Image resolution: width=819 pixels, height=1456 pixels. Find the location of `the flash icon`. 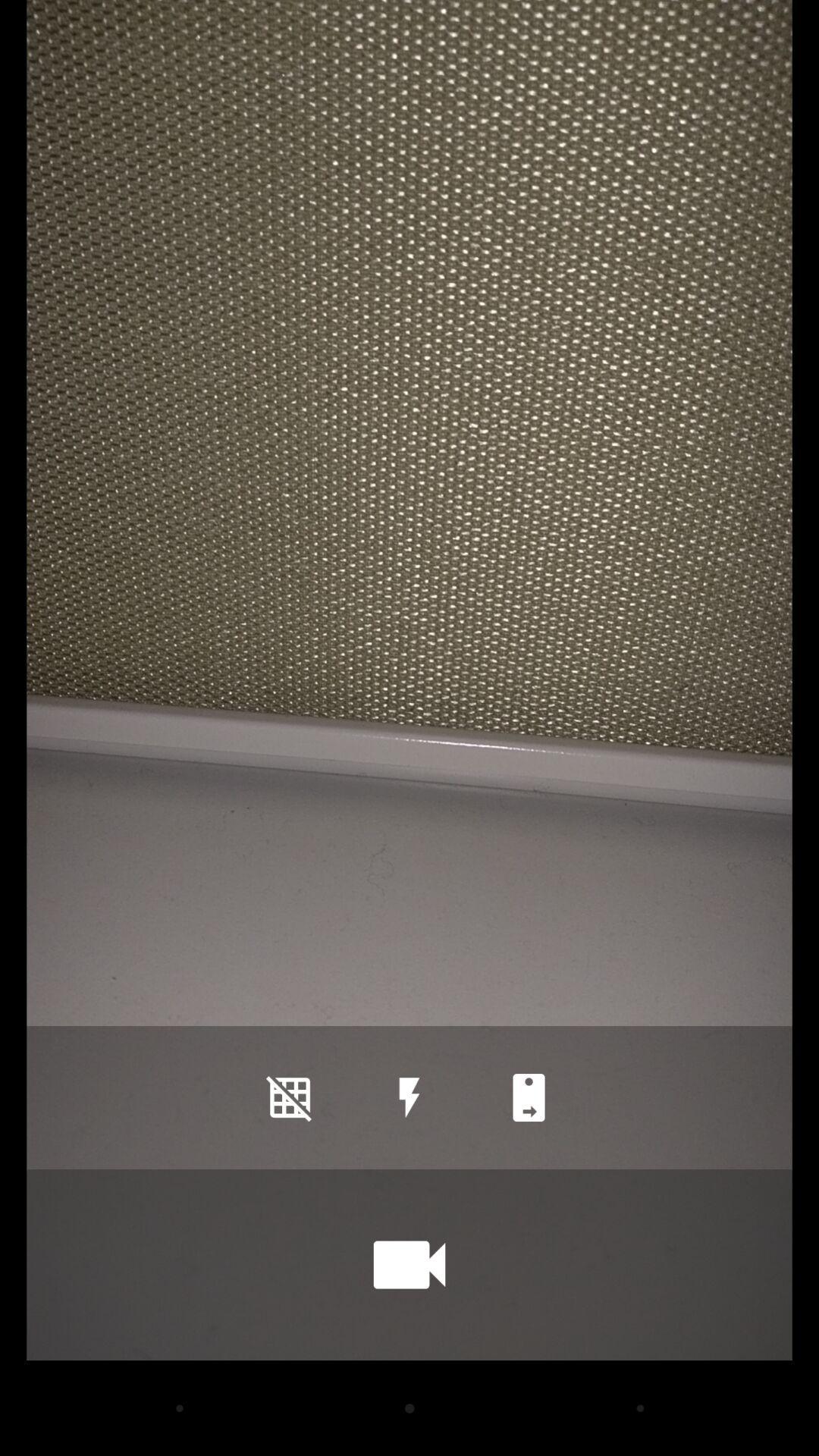

the flash icon is located at coordinates (409, 1097).